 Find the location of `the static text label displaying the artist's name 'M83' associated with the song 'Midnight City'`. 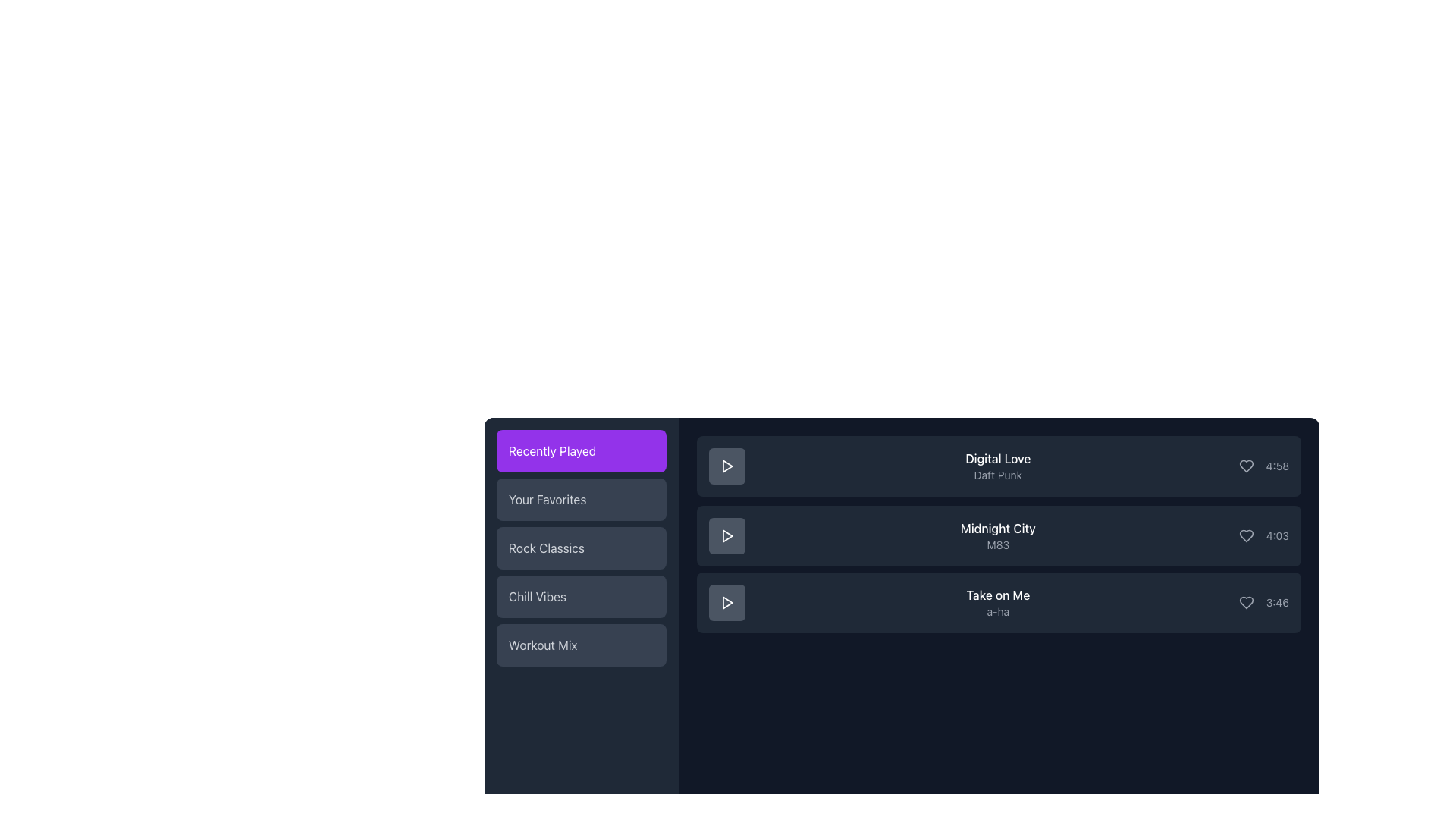

the static text label displaying the artist's name 'M83' associated with the song 'Midnight City' is located at coordinates (998, 544).